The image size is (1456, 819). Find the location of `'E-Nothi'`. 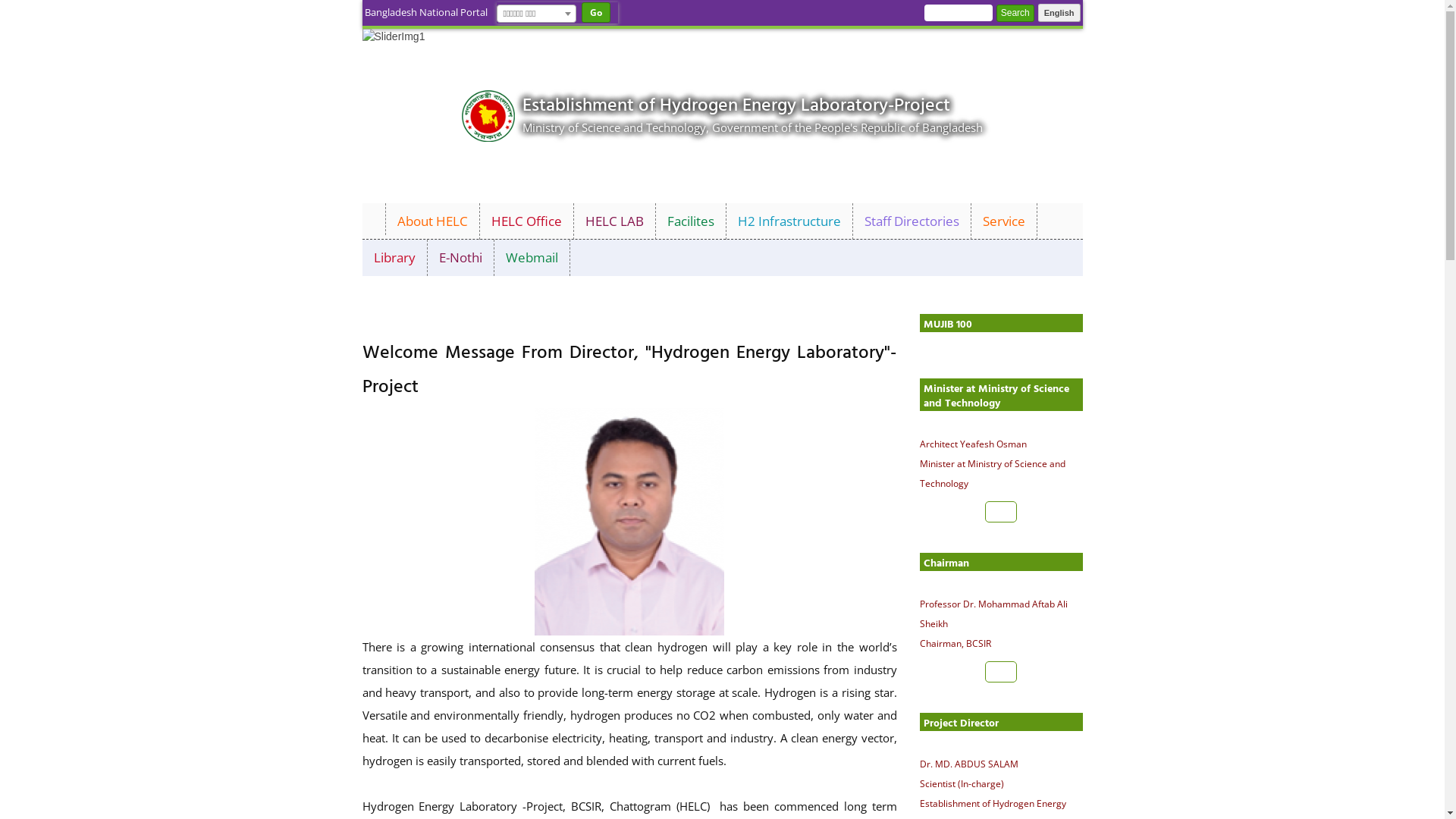

'E-Nothi' is located at coordinates (460, 256).